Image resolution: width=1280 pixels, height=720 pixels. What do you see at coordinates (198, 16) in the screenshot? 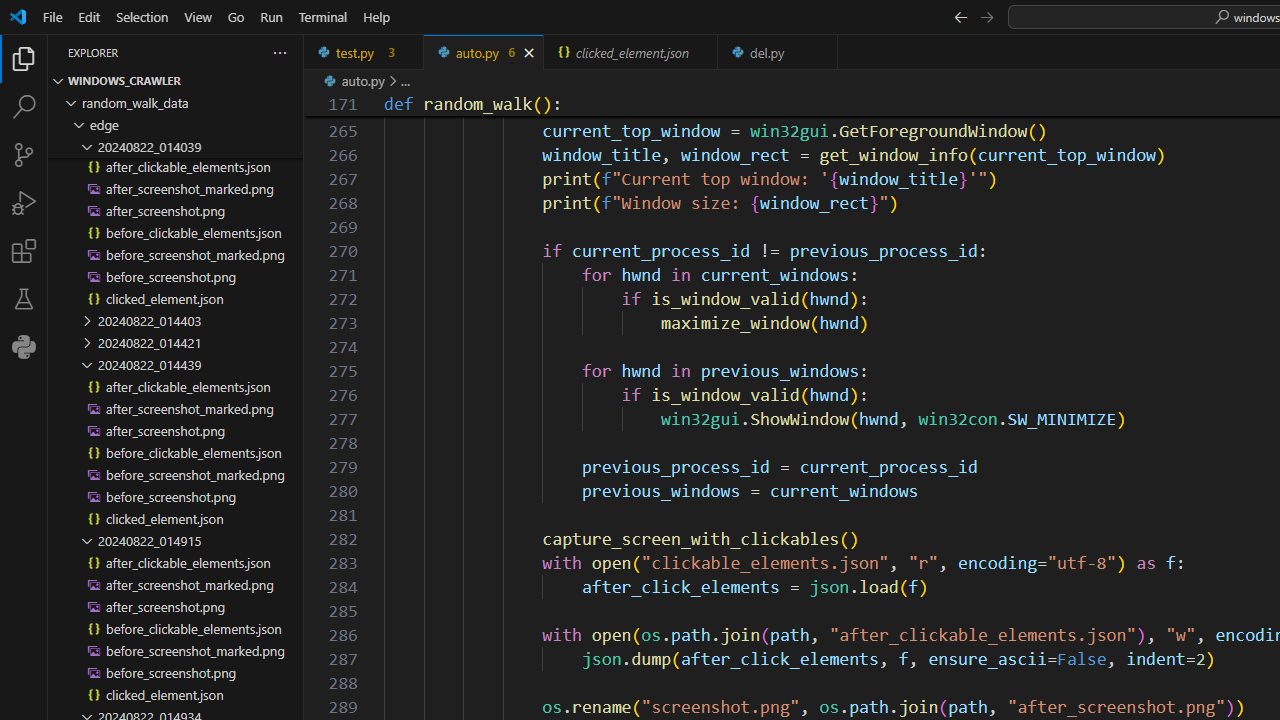
I see `'View'` at bounding box center [198, 16].